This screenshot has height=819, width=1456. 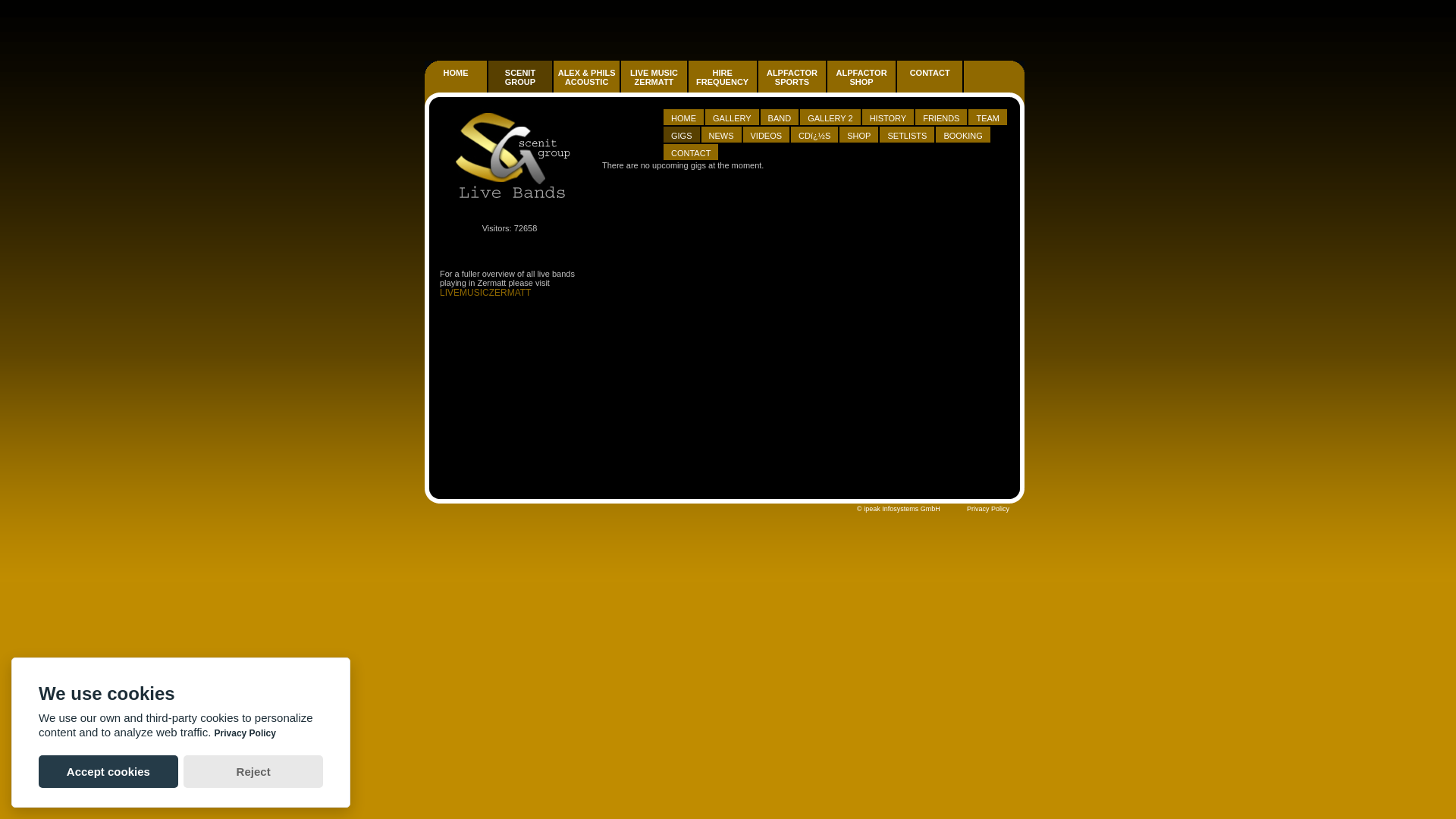 What do you see at coordinates (829, 117) in the screenshot?
I see `'GALLERY 2'` at bounding box center [829, 117].